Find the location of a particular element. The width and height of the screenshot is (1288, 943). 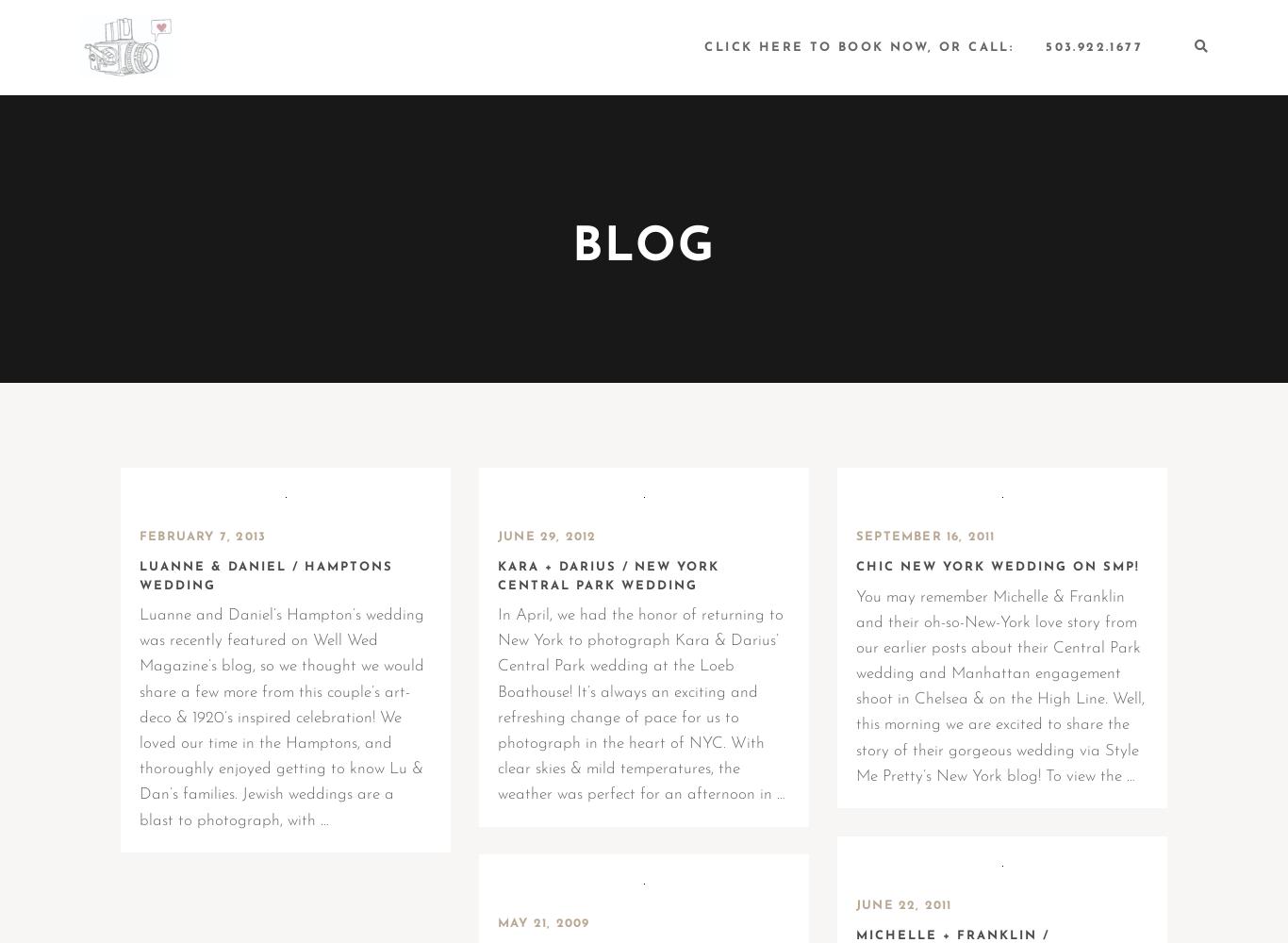

'Kara + Darius / New York Central Park Wedding' is located at coordinates (497, 575).